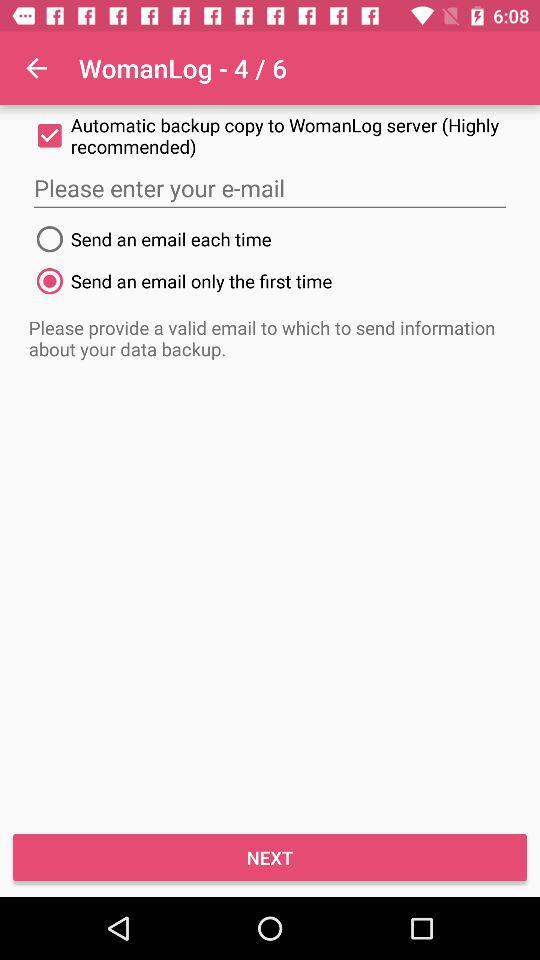 This screenshot has height=960, width=540. Describe the element at coordinates (270, 856) in the screenshot. I see `the next` at that location.